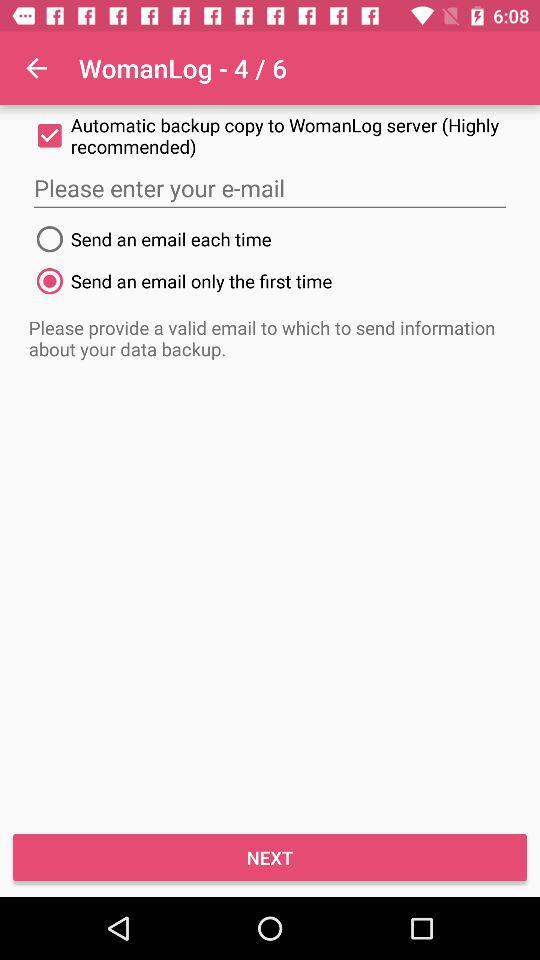 This screenshot has height=960, width=540. Describe the element at coordinates (270, 856) in the screenshot. I see `the next` at that location.